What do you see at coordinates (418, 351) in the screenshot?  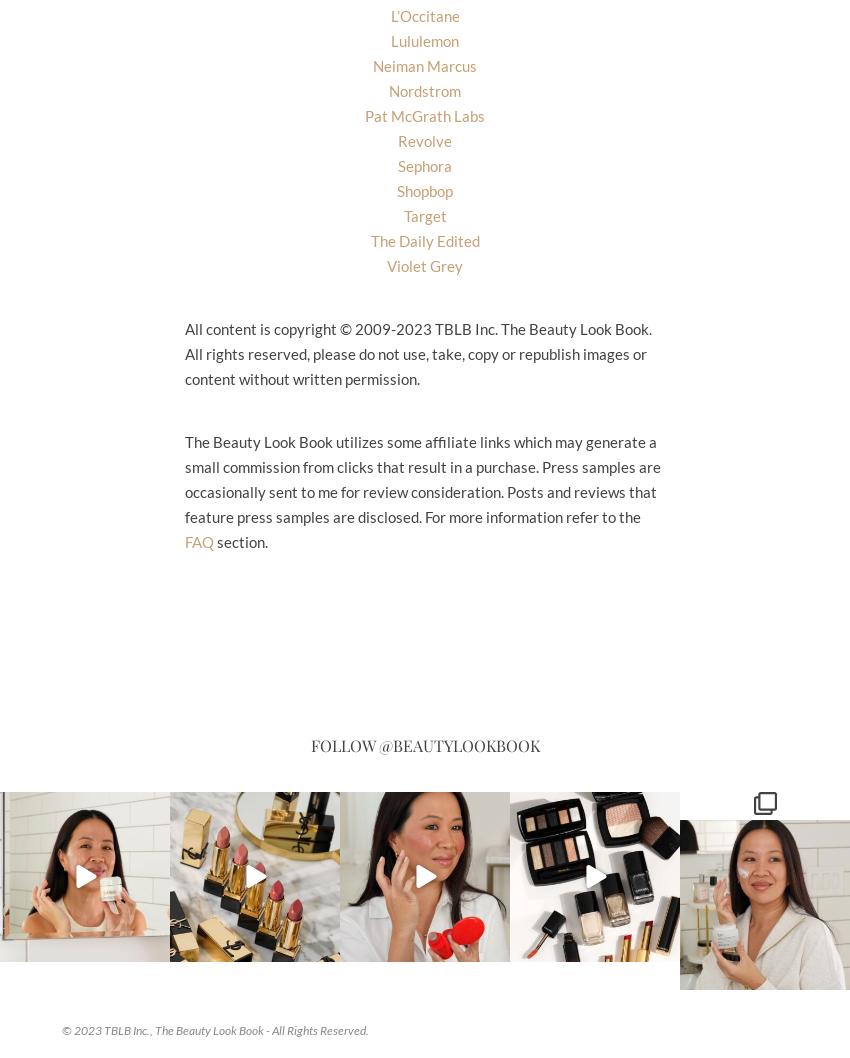 I see `'All content is copyright © 2009-2023 TBLB Inc. The Beauty Look Book. All rights reserved, please do not use, take, copy or republish images or content without written permission.'` at bounding box center [418, 351].